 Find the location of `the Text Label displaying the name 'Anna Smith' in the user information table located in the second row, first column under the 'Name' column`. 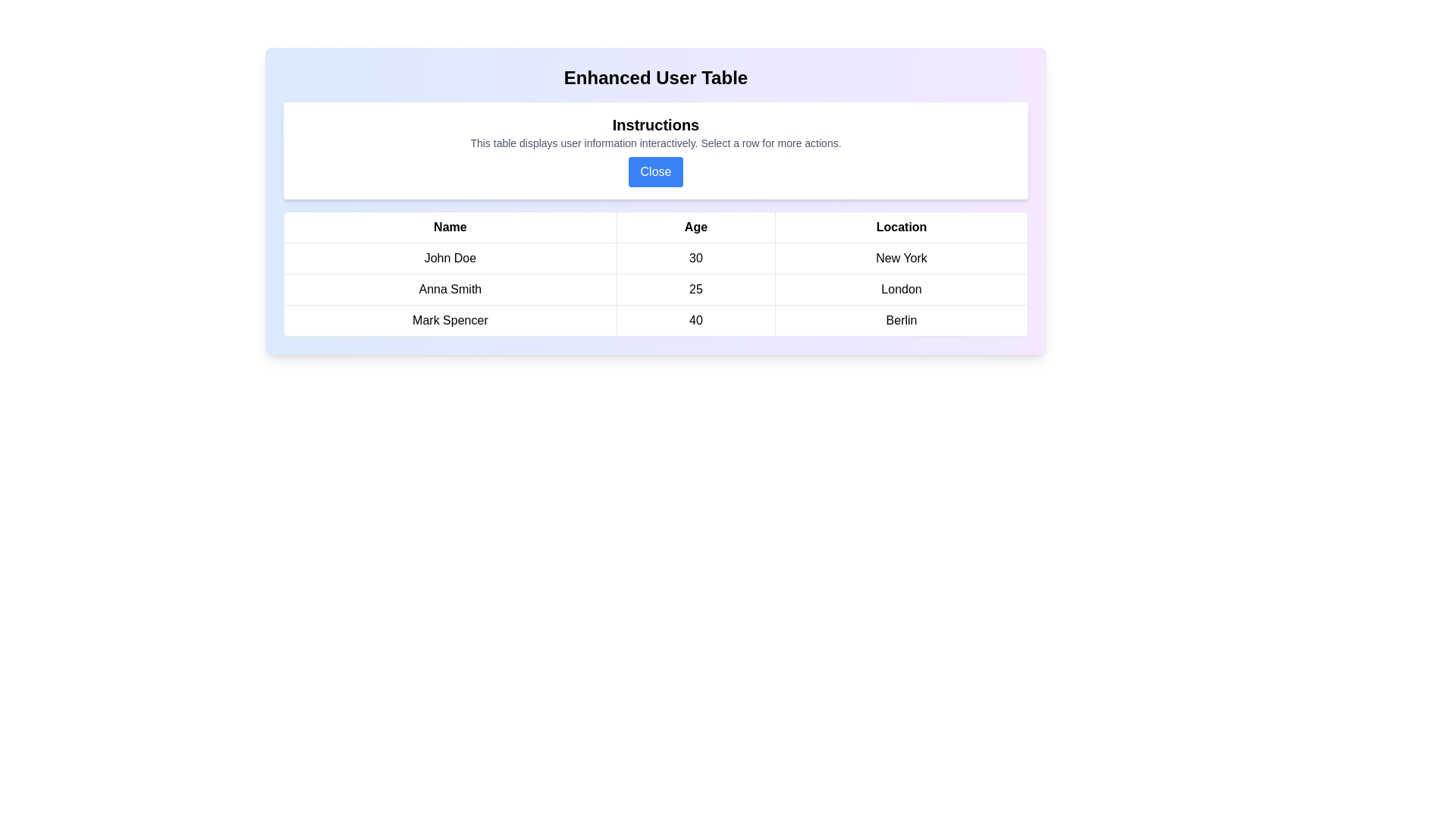

the Text Label displaying the name 'Anna Smith' in the user information table located in the second row, first column under the 'Name' column is located at coordinates (449, 289).